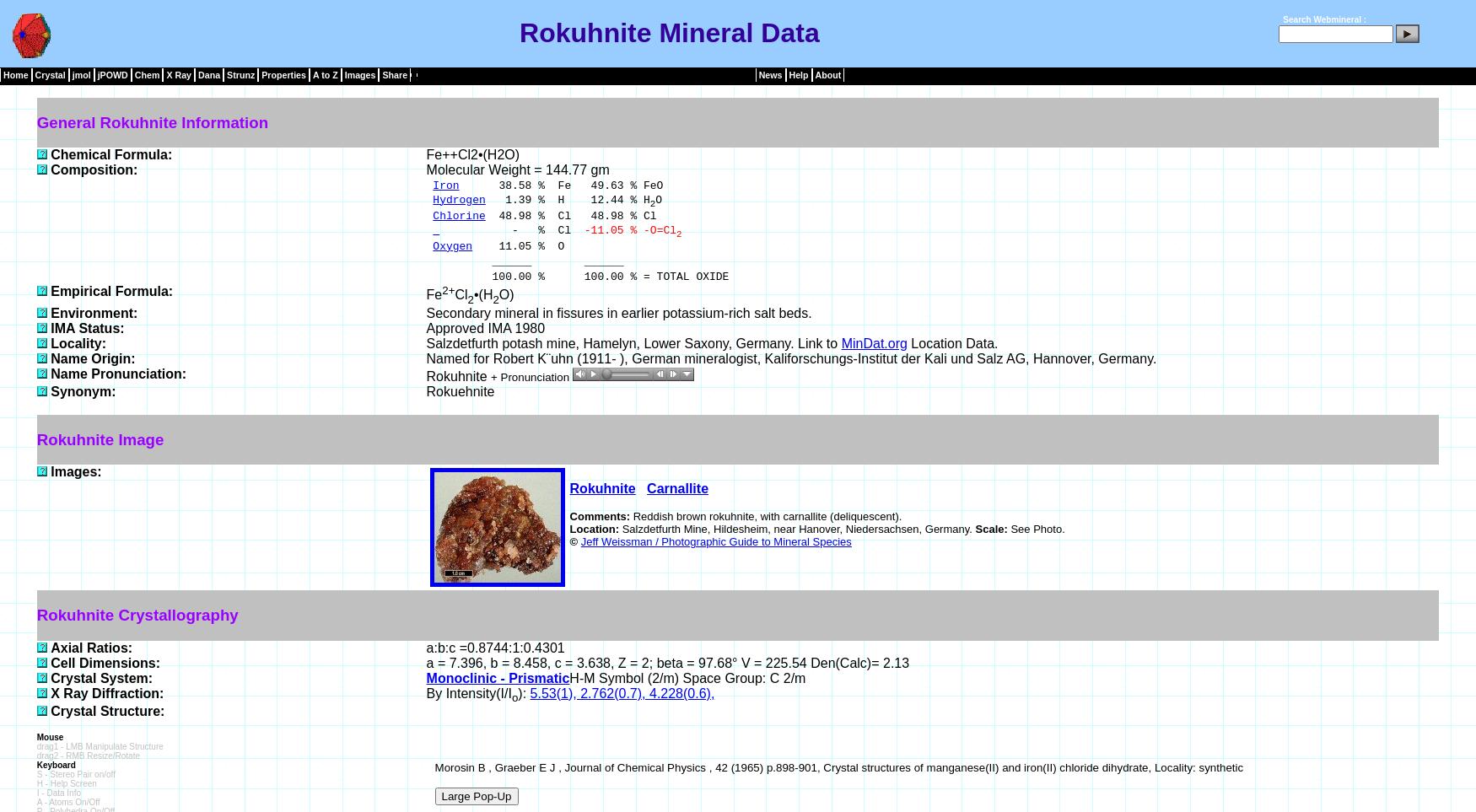 This screenshot has height=812, width=1476. Describe the element at coordinates (595, 528) in the screenshot. I see `'Location:'` at that location.